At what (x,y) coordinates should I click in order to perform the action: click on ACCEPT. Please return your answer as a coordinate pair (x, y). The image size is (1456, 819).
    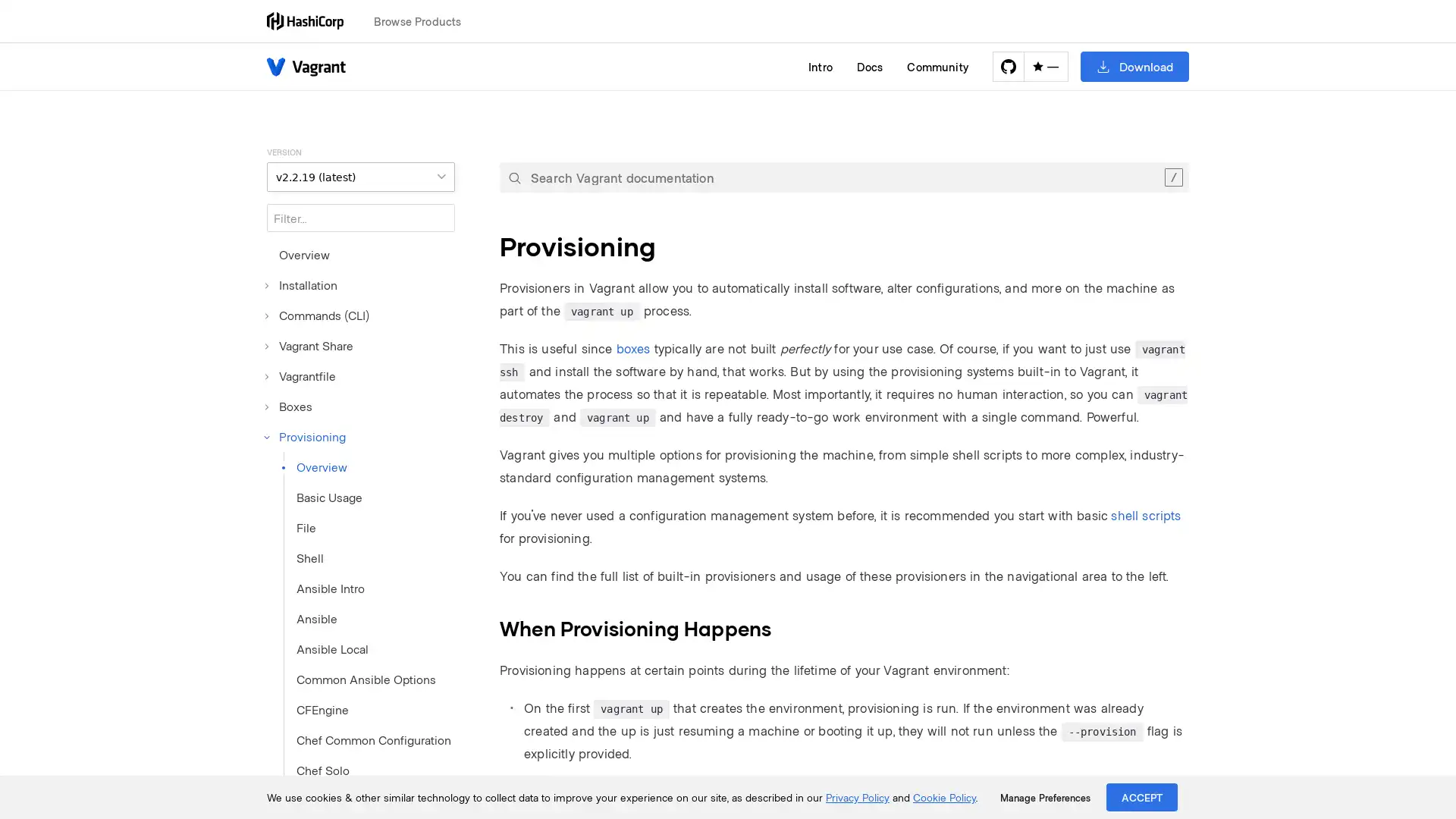
    Looking at the image, I should click on (1142, 796).